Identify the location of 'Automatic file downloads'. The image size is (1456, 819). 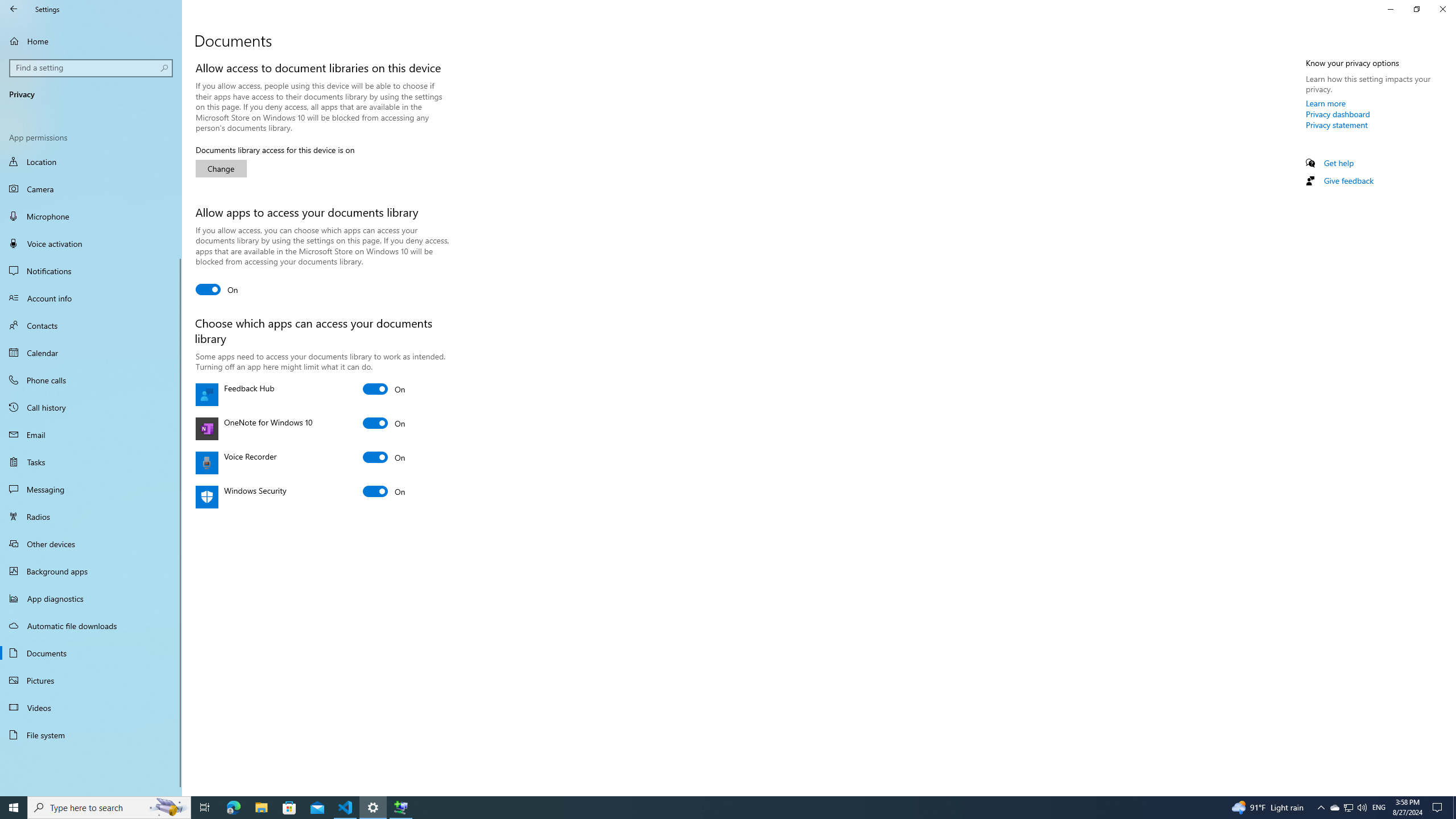
(90, 625).